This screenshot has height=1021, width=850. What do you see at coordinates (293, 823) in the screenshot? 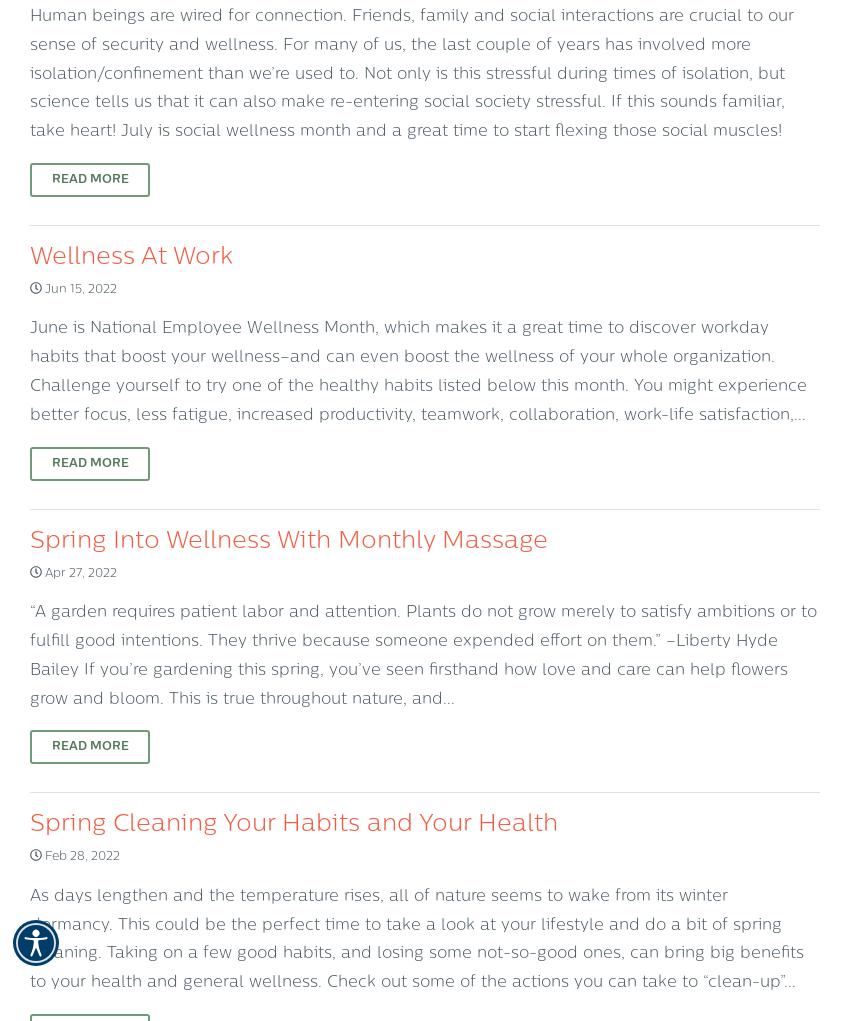
I see `'Spring Cleaning Your Habits and Your Health'` at bounding box center [293, 823].